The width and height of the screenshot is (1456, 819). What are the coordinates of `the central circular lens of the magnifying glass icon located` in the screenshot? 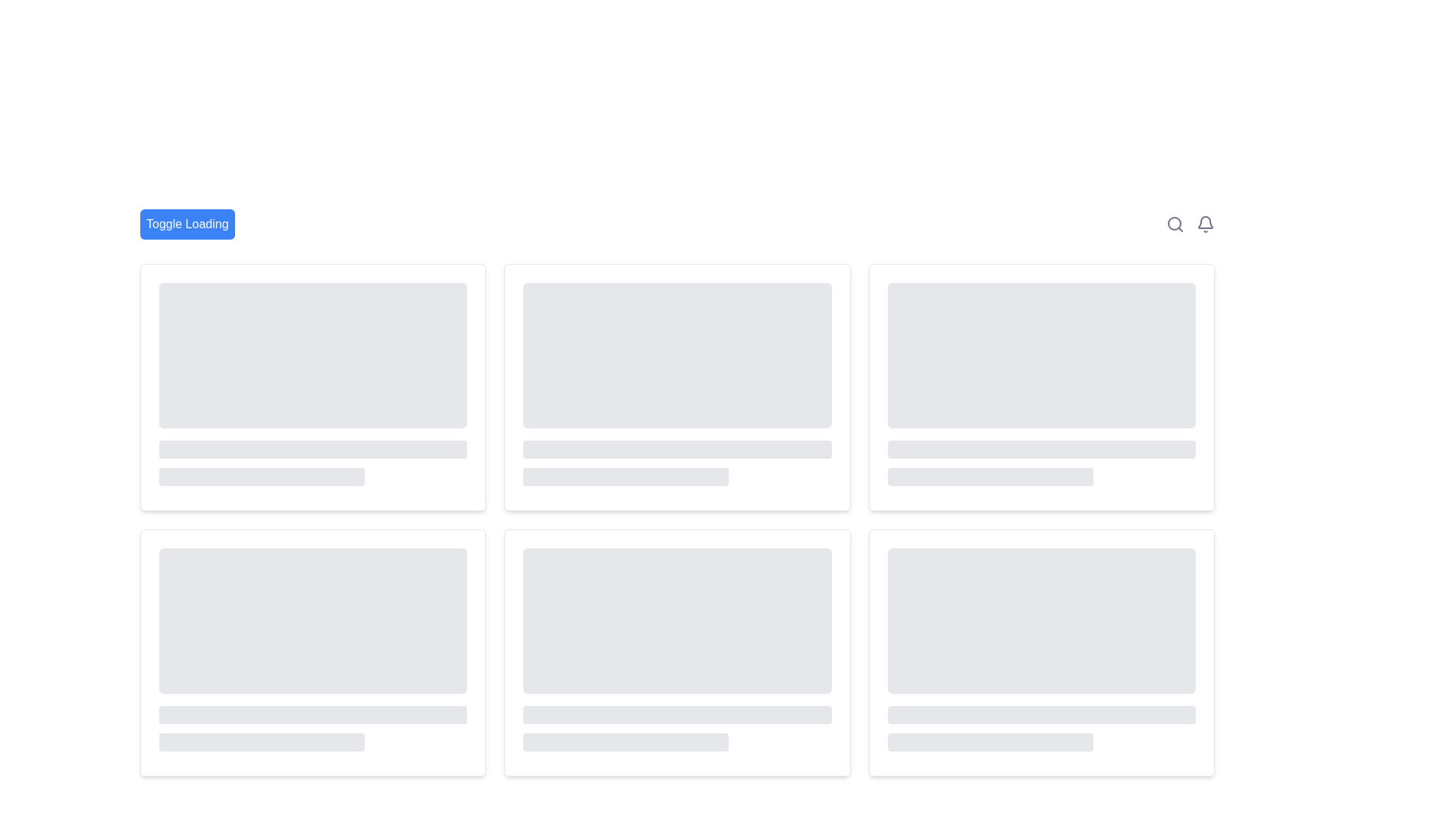 It's located at (1174, 223).